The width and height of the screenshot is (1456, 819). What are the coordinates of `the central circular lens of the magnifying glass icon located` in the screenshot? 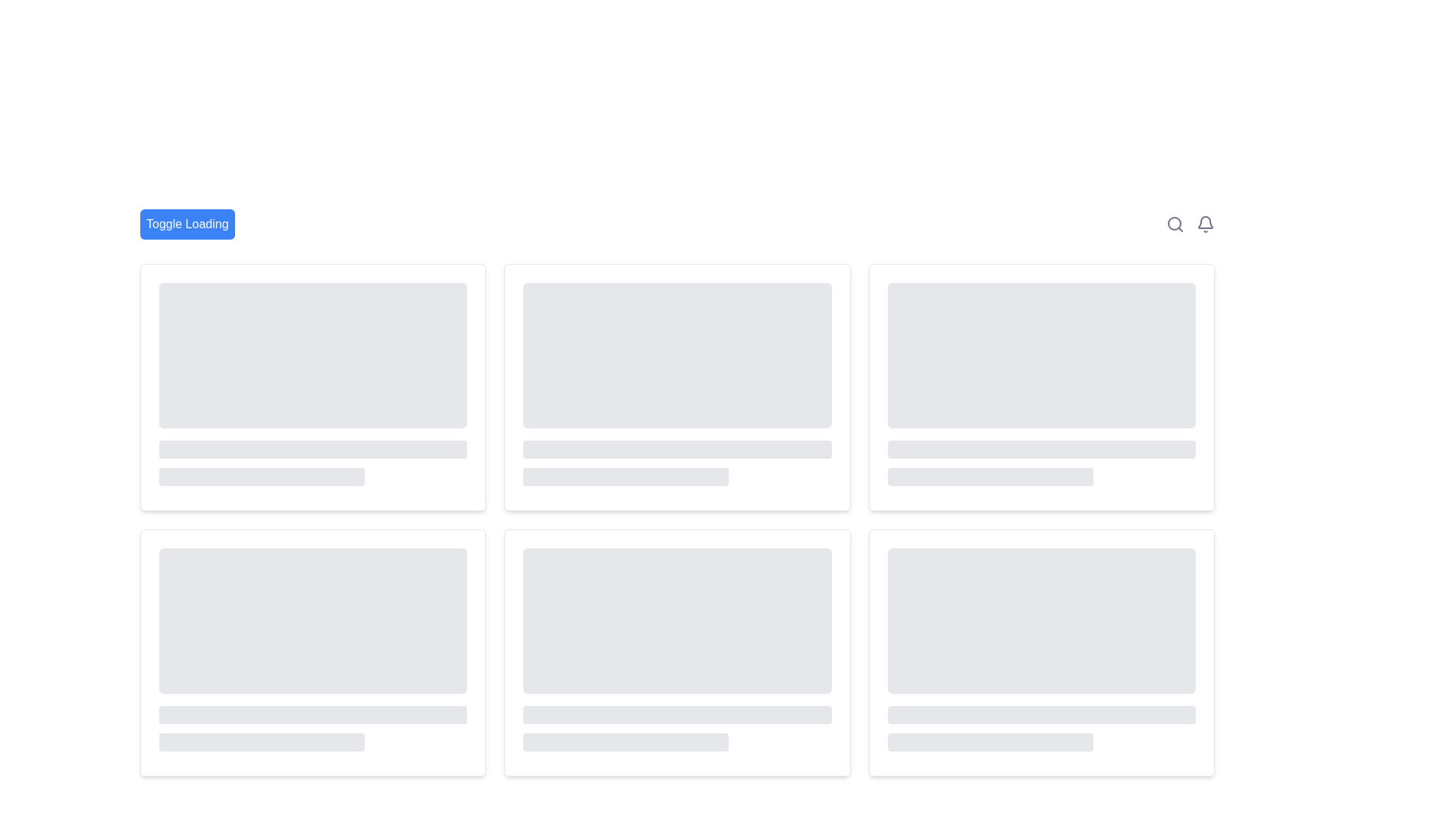 It's located at (1174, 223).